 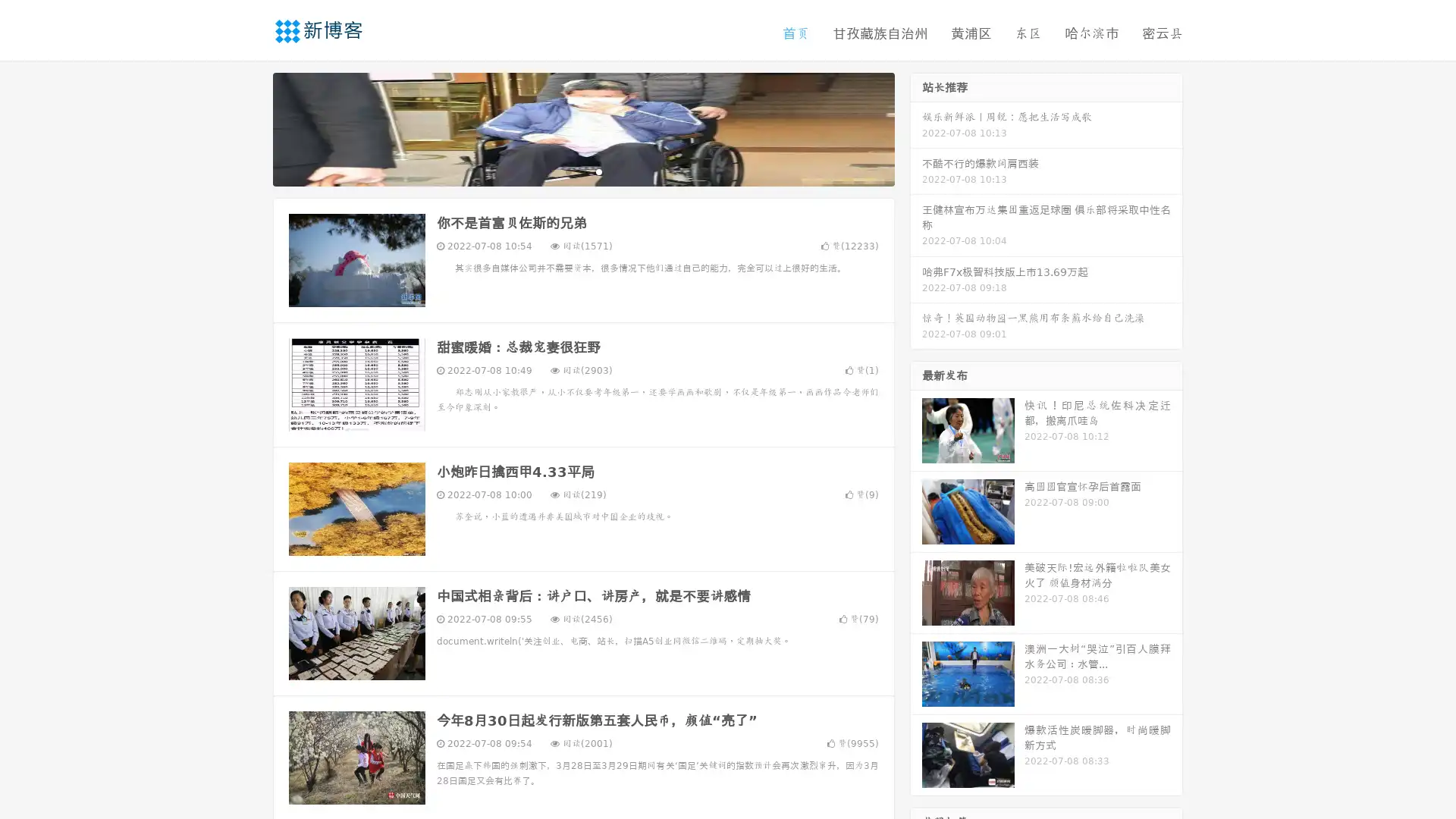 I want to click on Go to slide 2, so click(x=582, y=171).